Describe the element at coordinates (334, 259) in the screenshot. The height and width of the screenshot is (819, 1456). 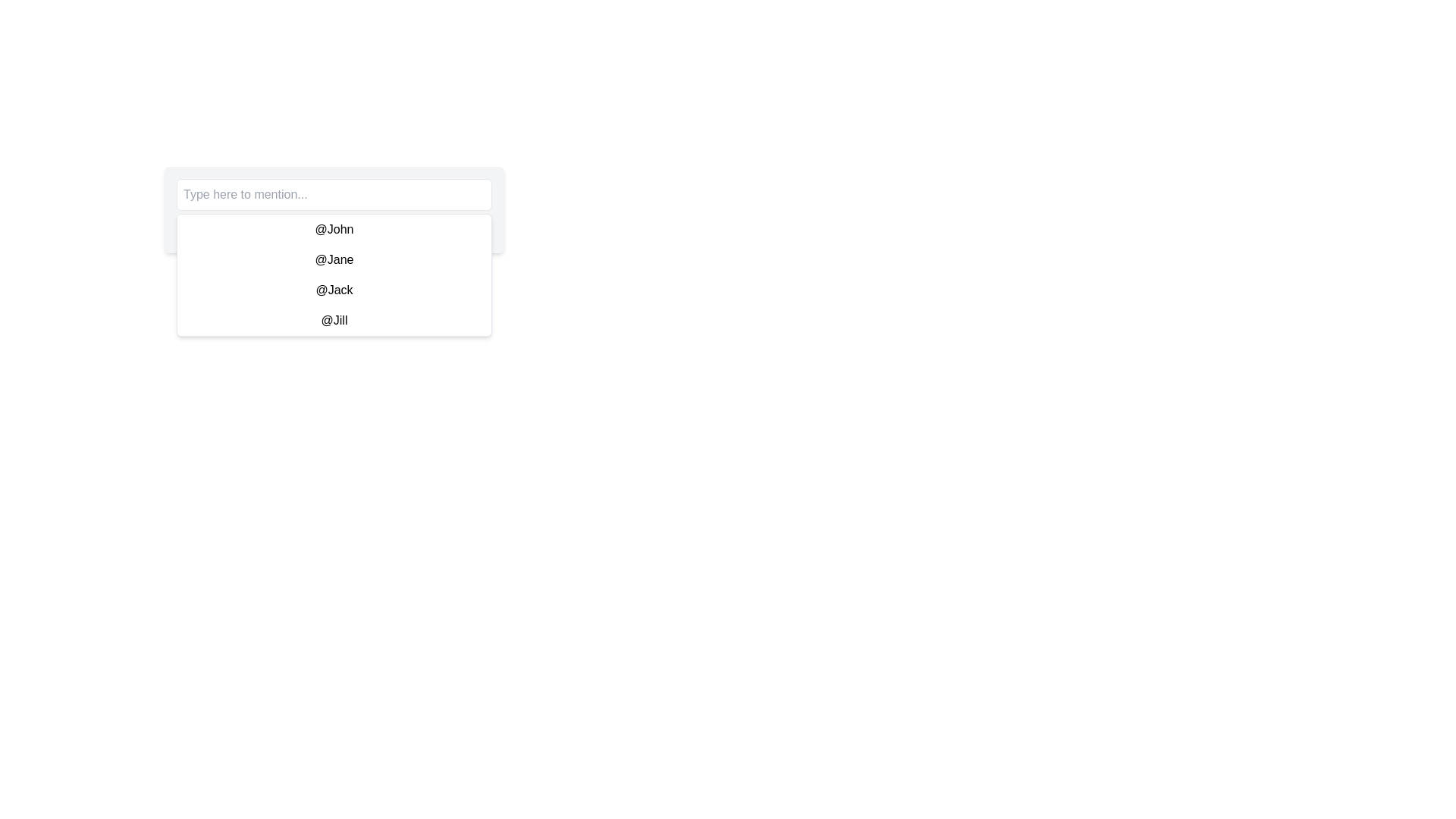
I see `the second mention option in the dropdown list, which is positioned below '@John' and above '@Jack'` at that location.